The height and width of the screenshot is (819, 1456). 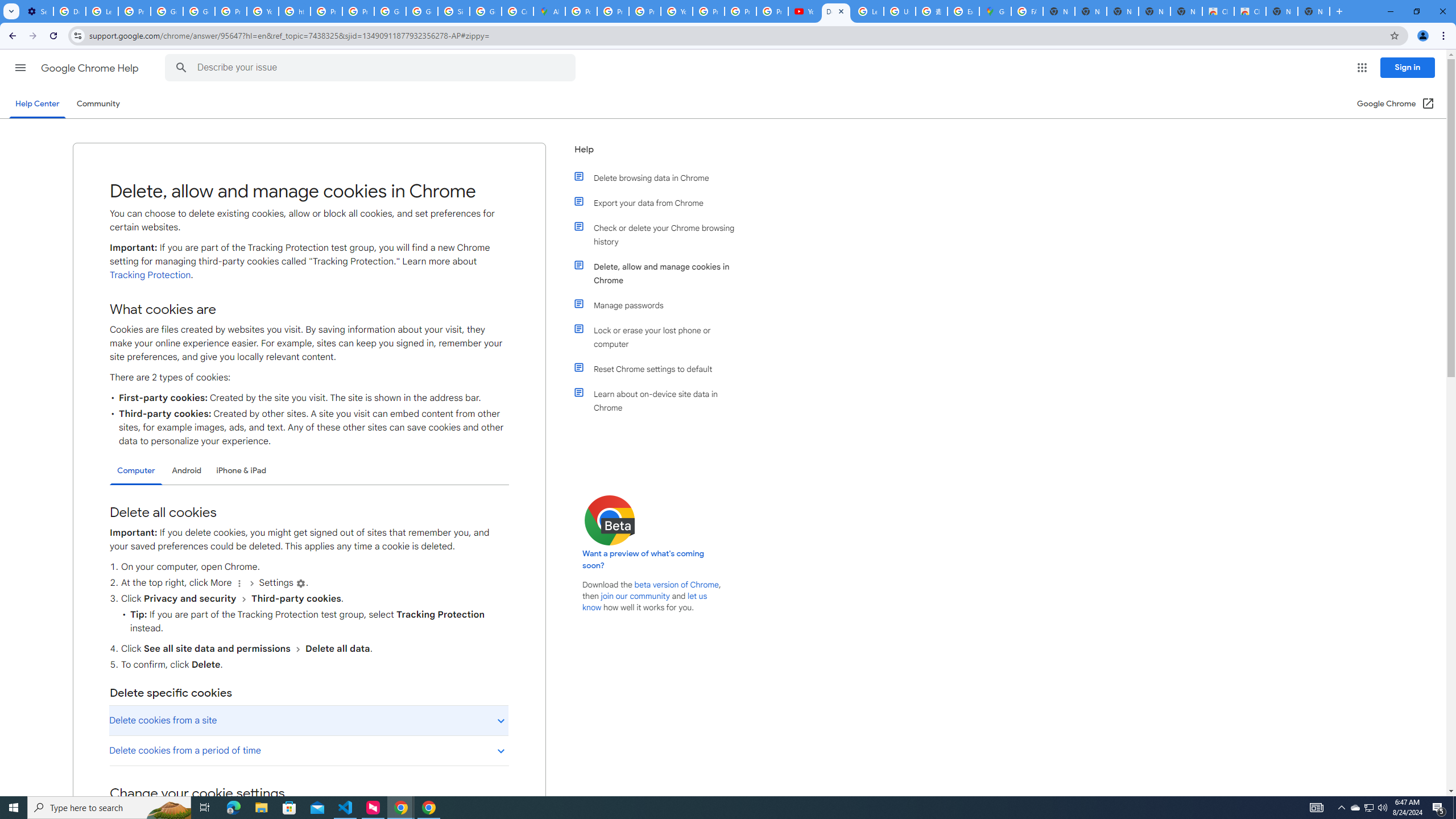 What do you see at coordinates (186, 470) in the screenshot?
I see `'Android'` at bounding box center [186, 470].